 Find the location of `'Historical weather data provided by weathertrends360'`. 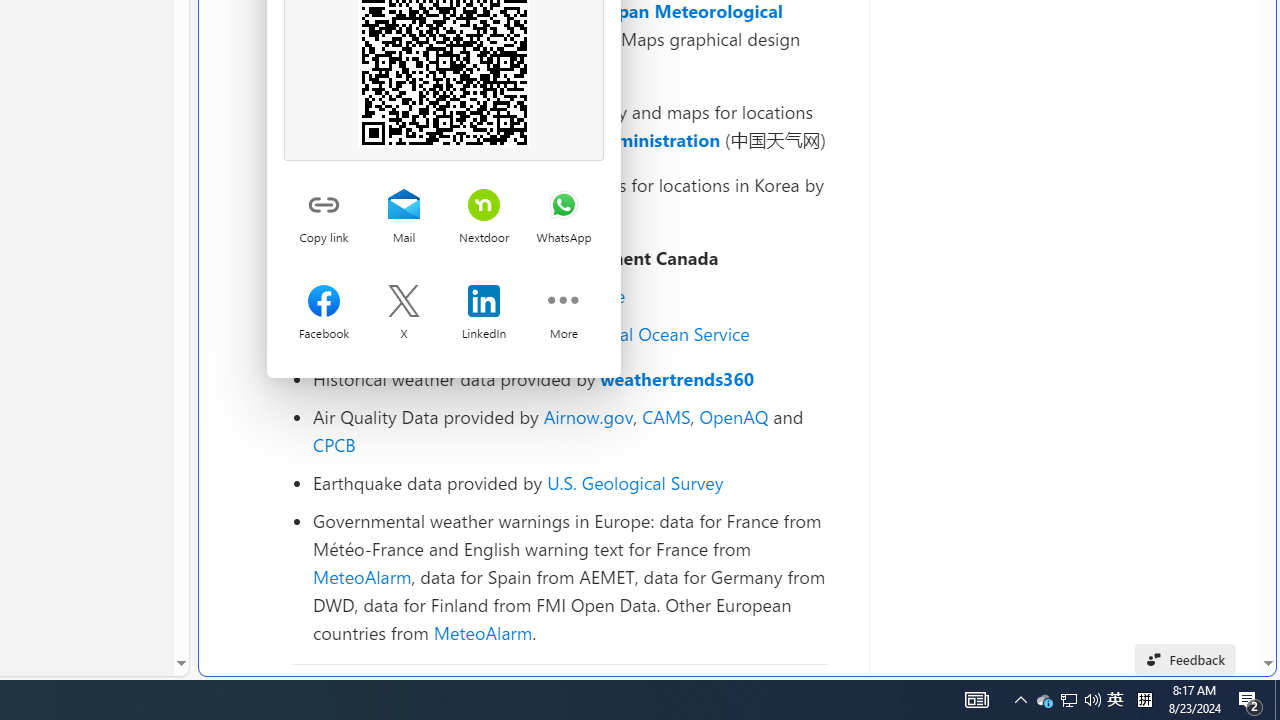

'Historical weather data provided by weathertrends360' is located at coordinates (569, 379).